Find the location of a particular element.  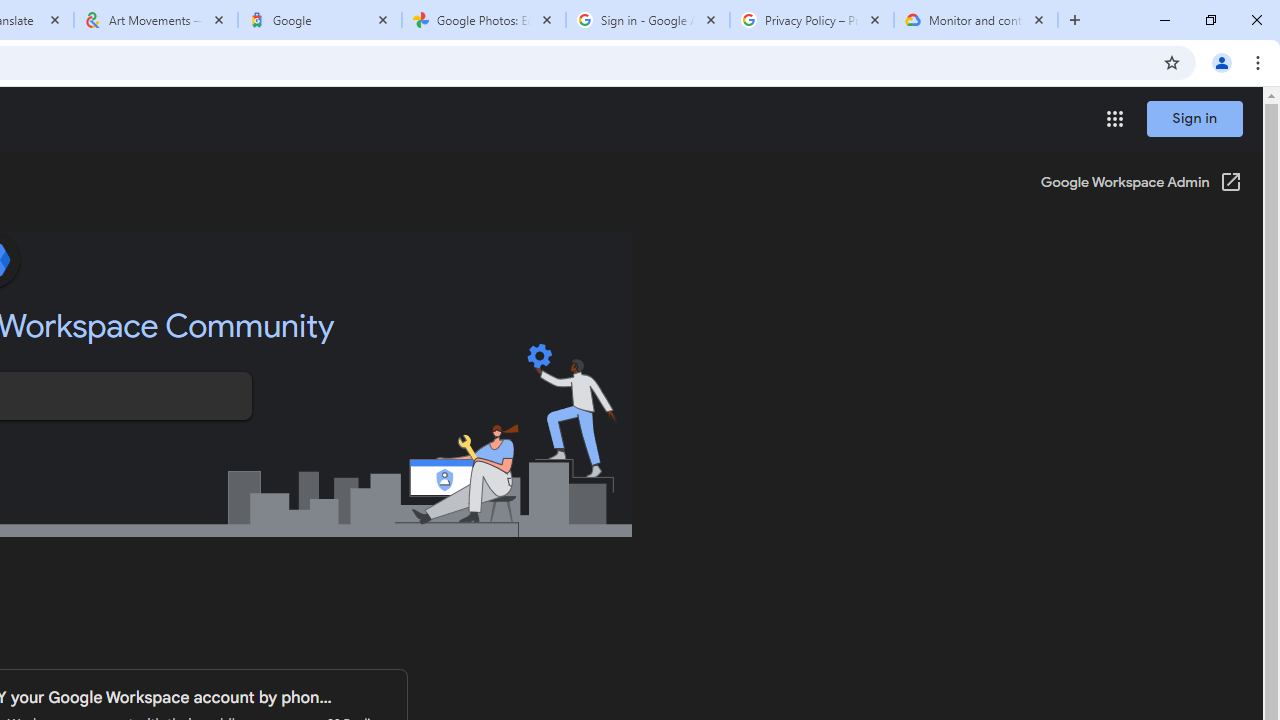

'New Tab' is located at coordinates (1074, 20).